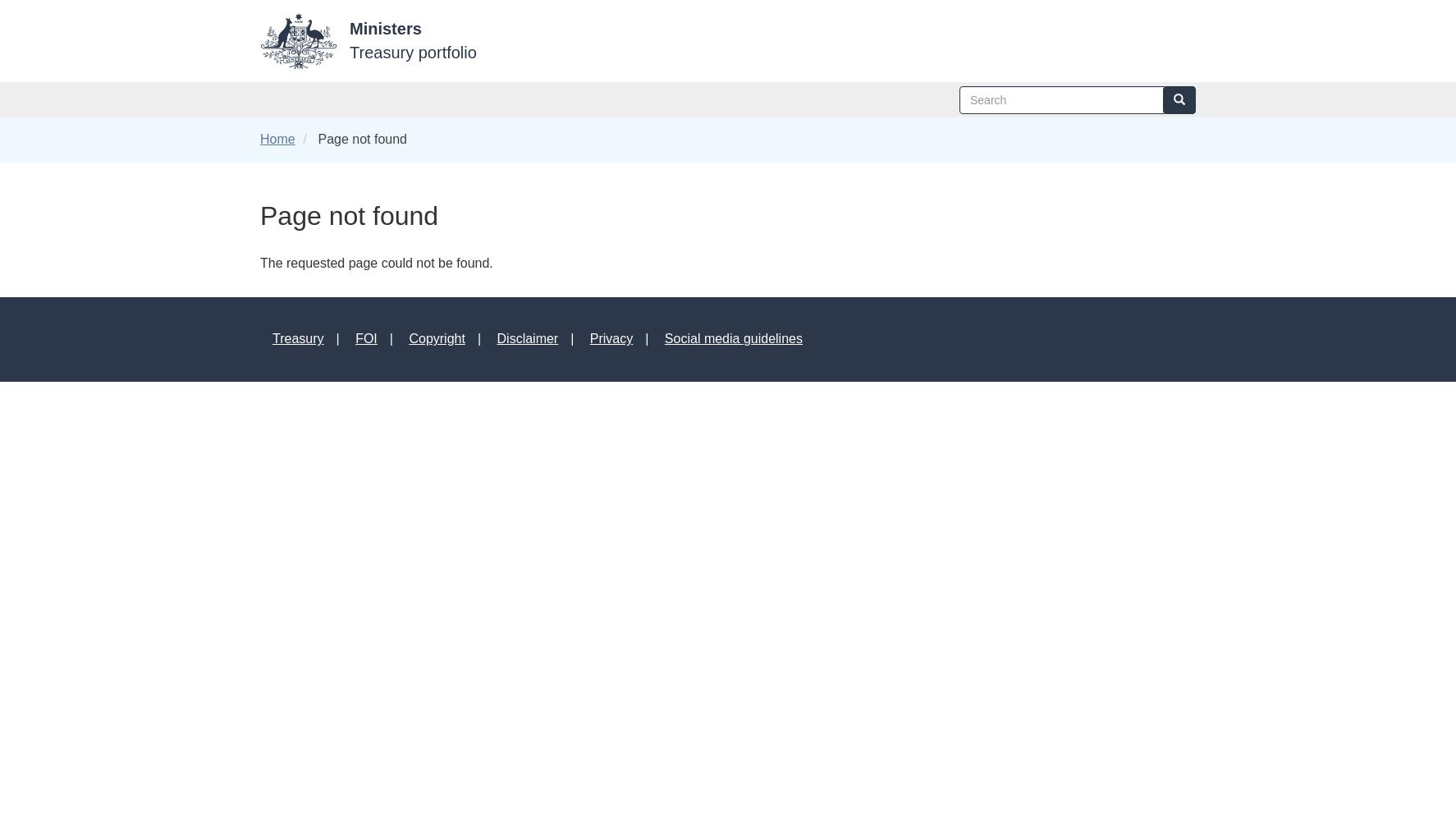  What do you see at coordinates (408, 338) in the screenshot?
I see `'Copyright'` at bounding box center [408, 338].